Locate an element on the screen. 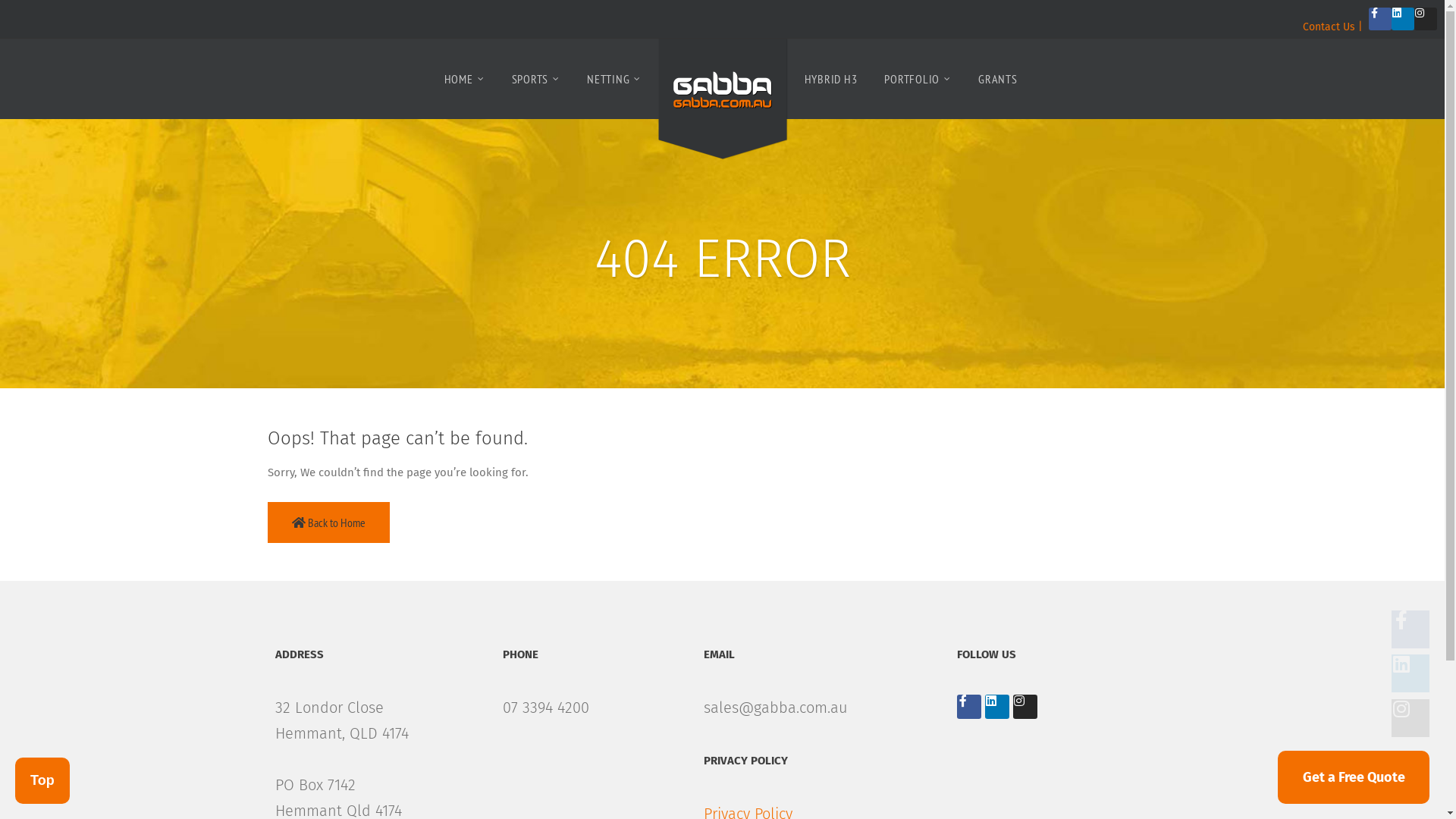 The height and width of the screenshot is (819, 1456). 'HYBRID H3' is located at coordinates (830, 79).